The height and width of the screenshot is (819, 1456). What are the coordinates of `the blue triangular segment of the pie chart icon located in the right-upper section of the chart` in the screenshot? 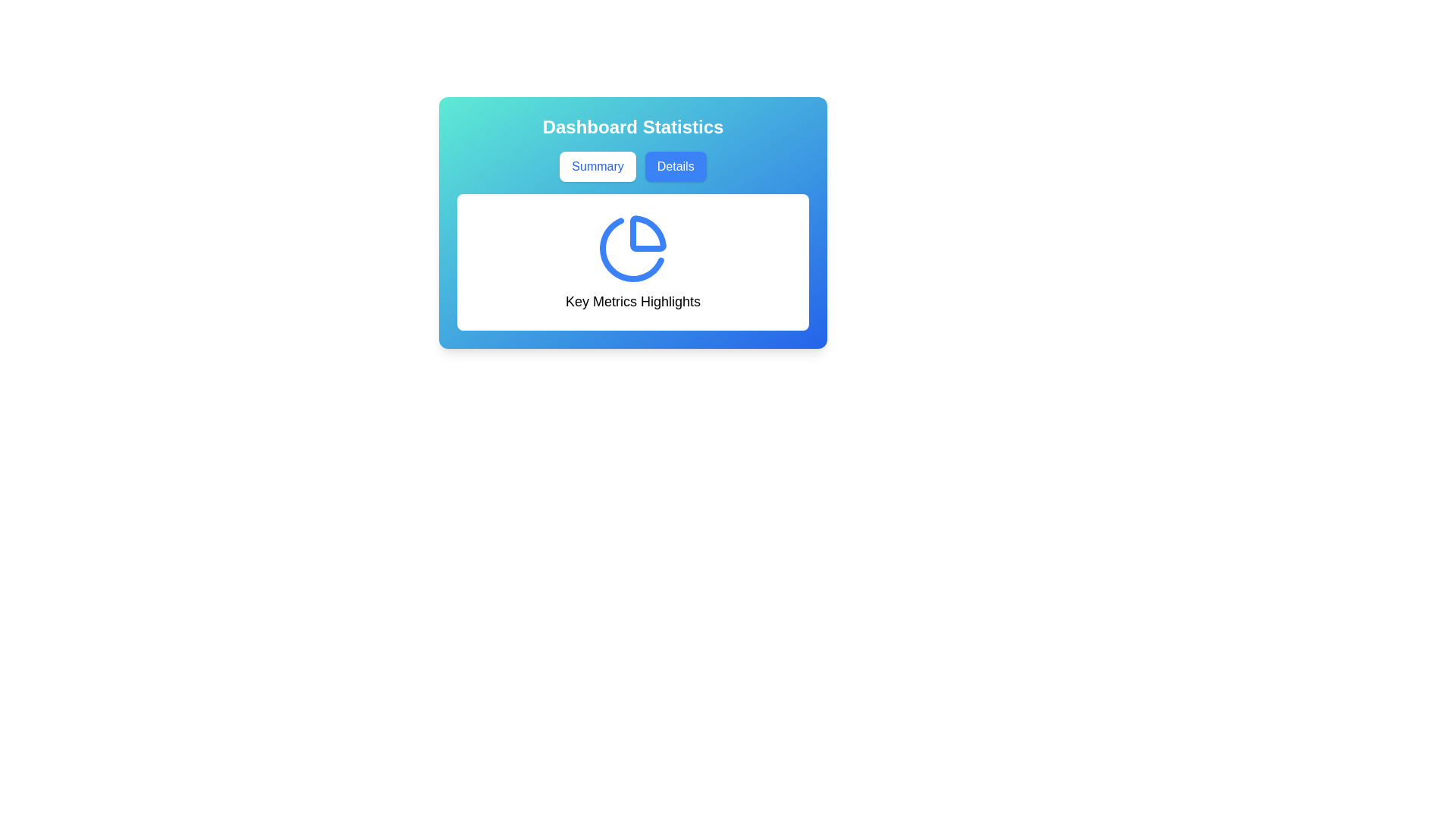 It's located at (648, 234).